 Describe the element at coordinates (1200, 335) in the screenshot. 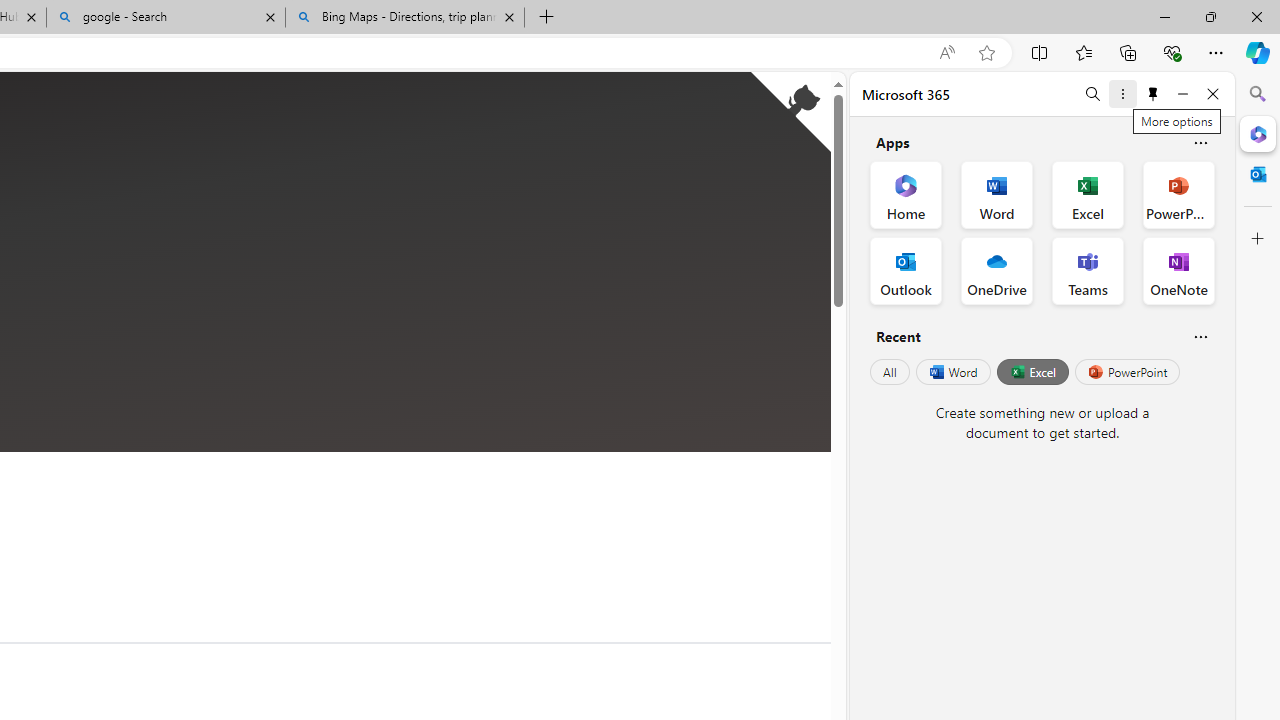

I see `'Is this helpful?'` at that location.